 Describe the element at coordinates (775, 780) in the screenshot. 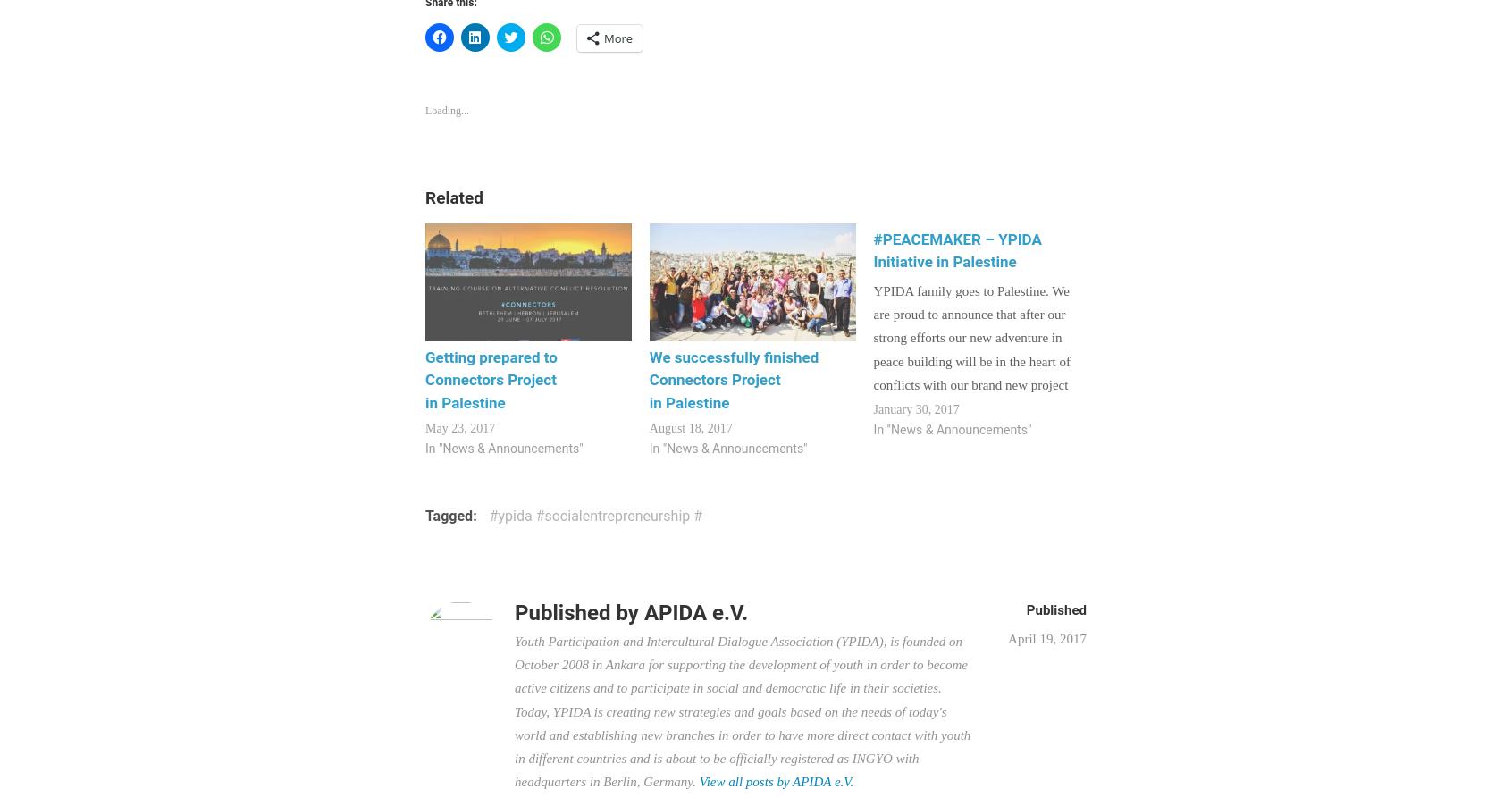

I see `'View all posts by APIDA e.V.'` at that location.